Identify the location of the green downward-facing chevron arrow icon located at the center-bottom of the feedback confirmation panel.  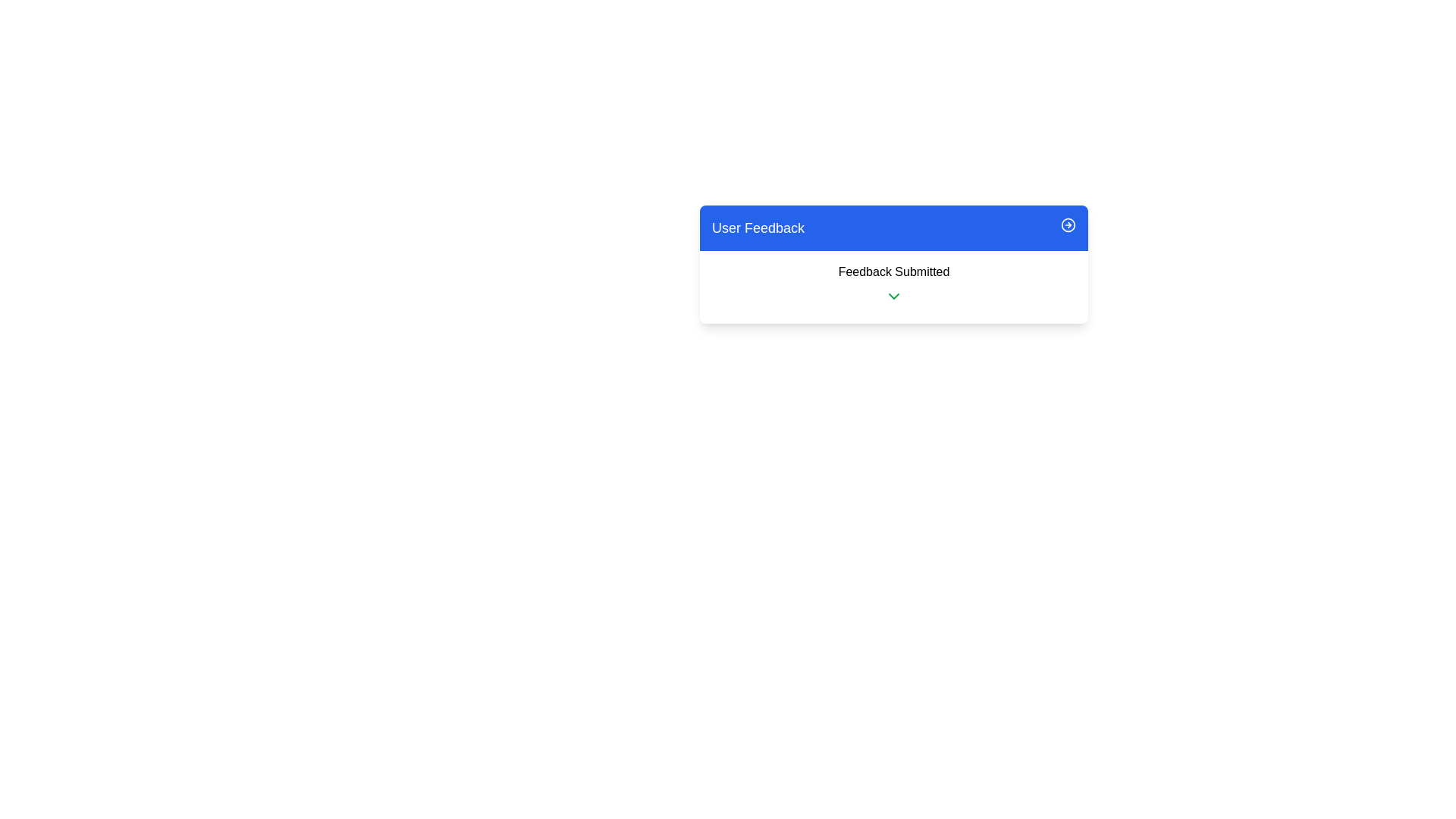
(894, 296).